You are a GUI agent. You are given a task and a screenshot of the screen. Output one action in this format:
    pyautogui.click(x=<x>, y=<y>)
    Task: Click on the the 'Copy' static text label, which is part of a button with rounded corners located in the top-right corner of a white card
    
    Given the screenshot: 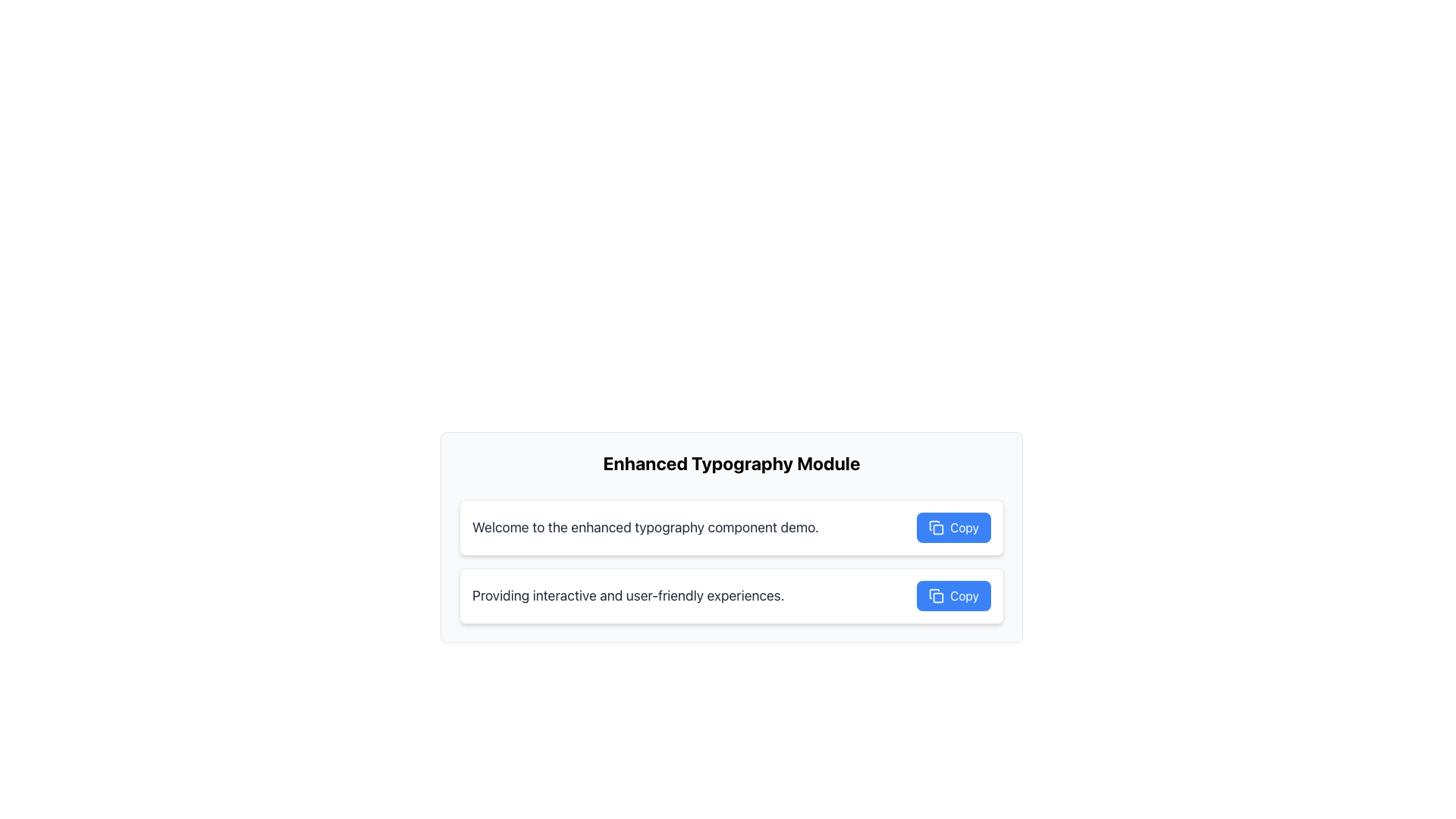 What is the action you would take?
    pyautogui.click(x=964, y=526)
    